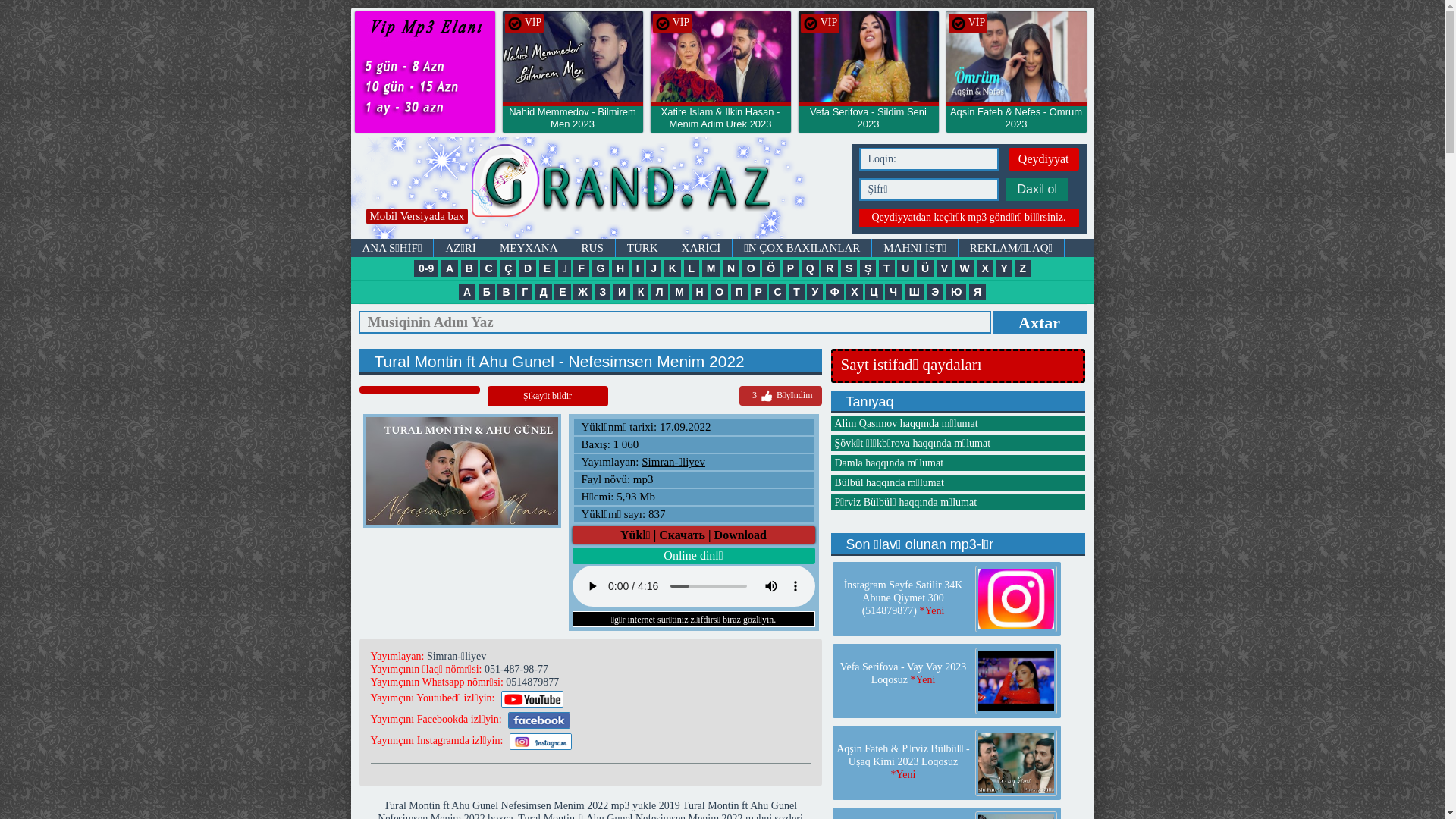 This screenshot has height=819, width=1456. What do you see at coordinates (701, 268) in the screenshot?
I see `'M'` at bounding box center [701, 268].